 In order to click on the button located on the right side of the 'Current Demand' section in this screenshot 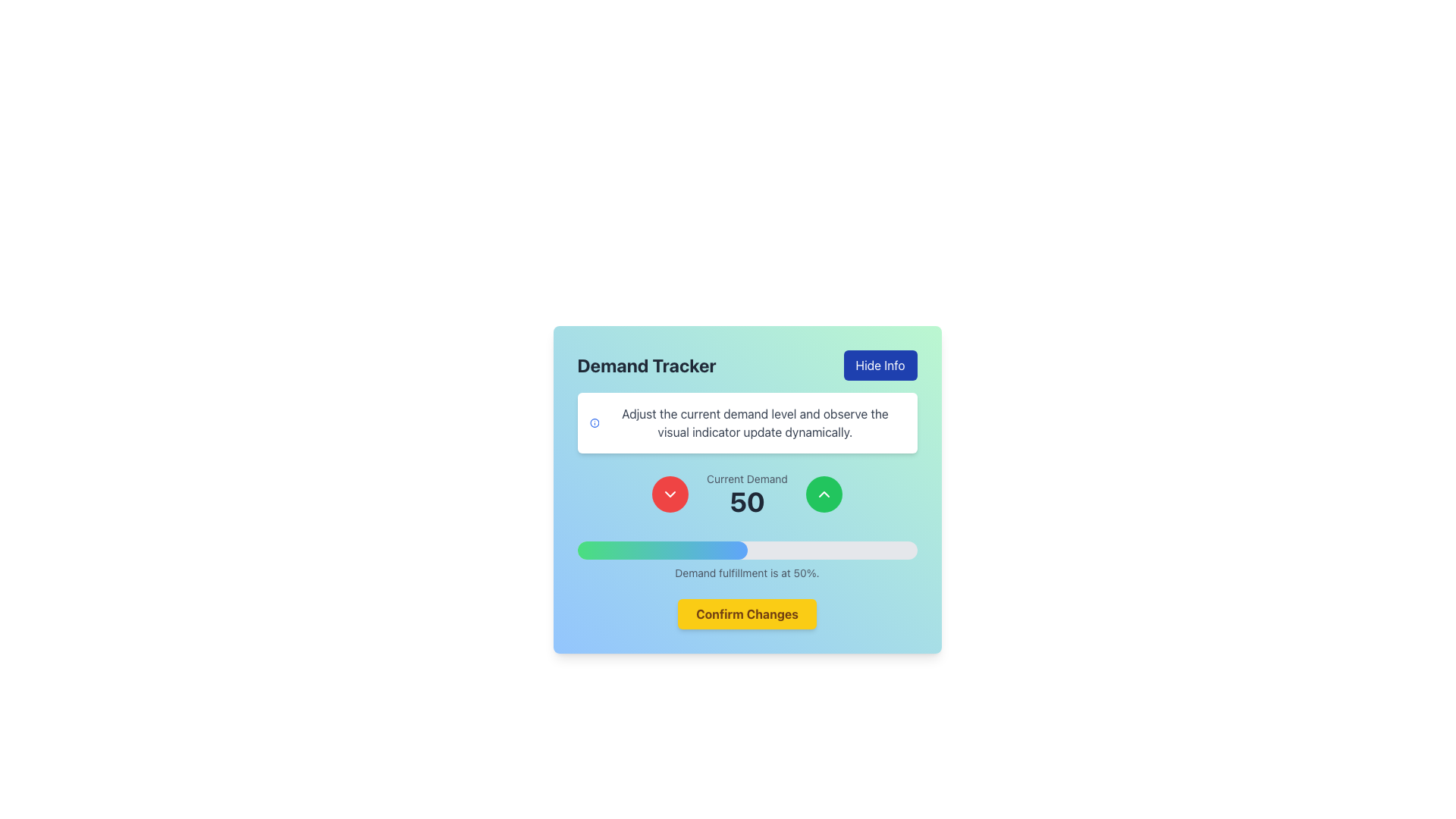, I will do `click(823, 494)`.